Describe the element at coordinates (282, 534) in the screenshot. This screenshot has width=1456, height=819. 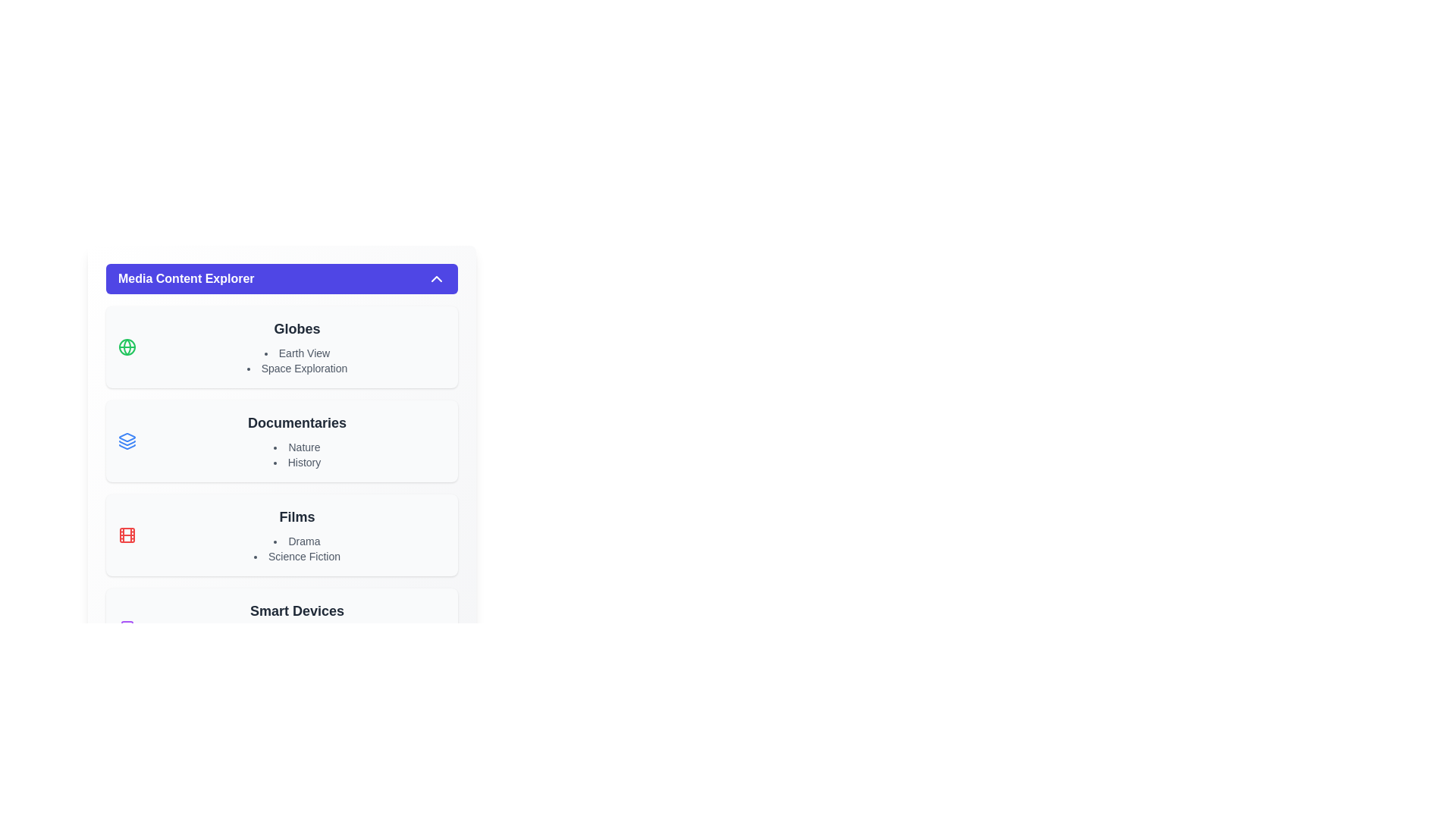
I see `the 'Films' section which has a bold title and a list of items 'Drama' and 'Science Fiction', positioned as the third section in the vertical list of categories` at that location.